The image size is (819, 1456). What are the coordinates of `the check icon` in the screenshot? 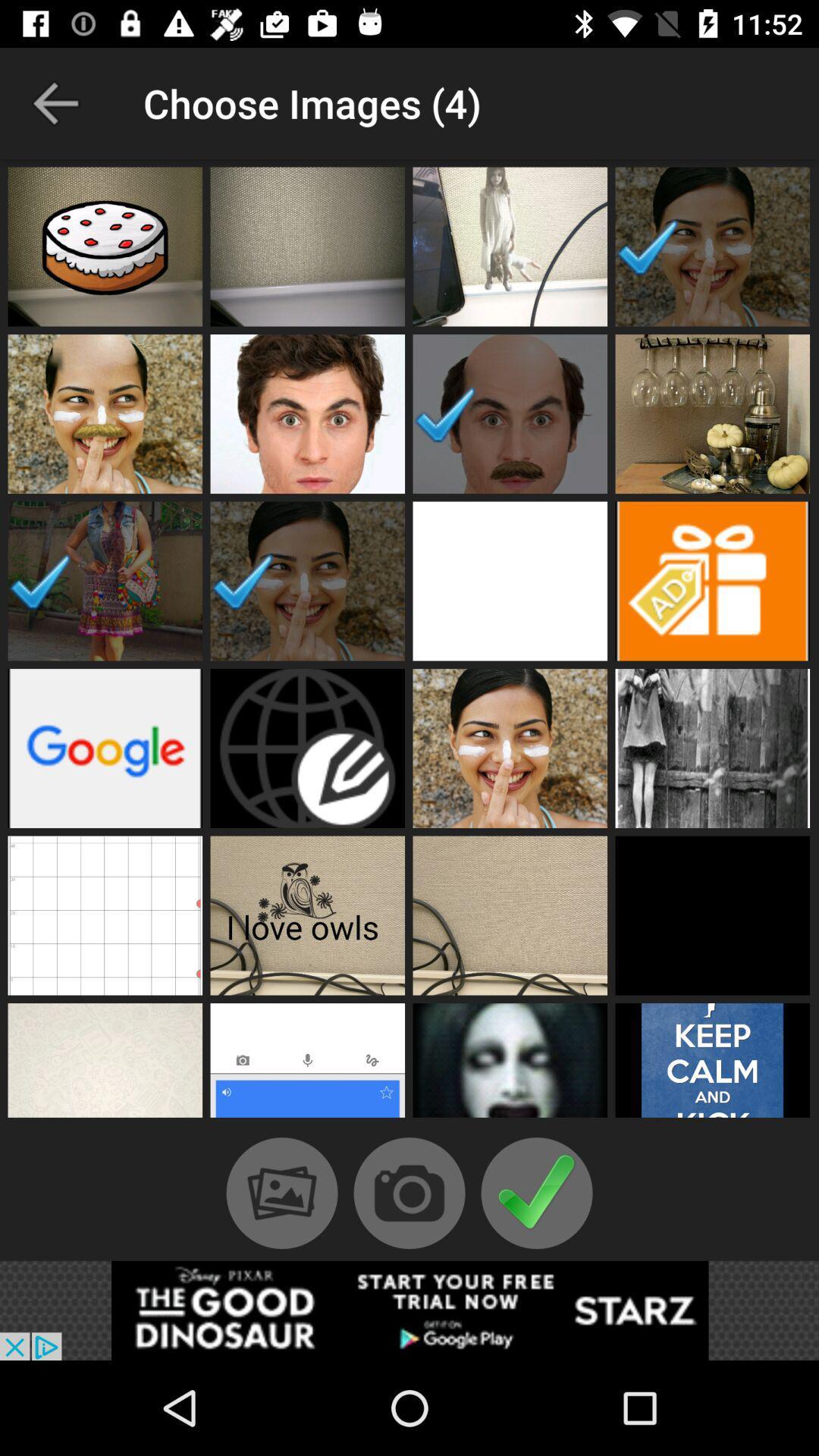 It's located at (536, 1192).